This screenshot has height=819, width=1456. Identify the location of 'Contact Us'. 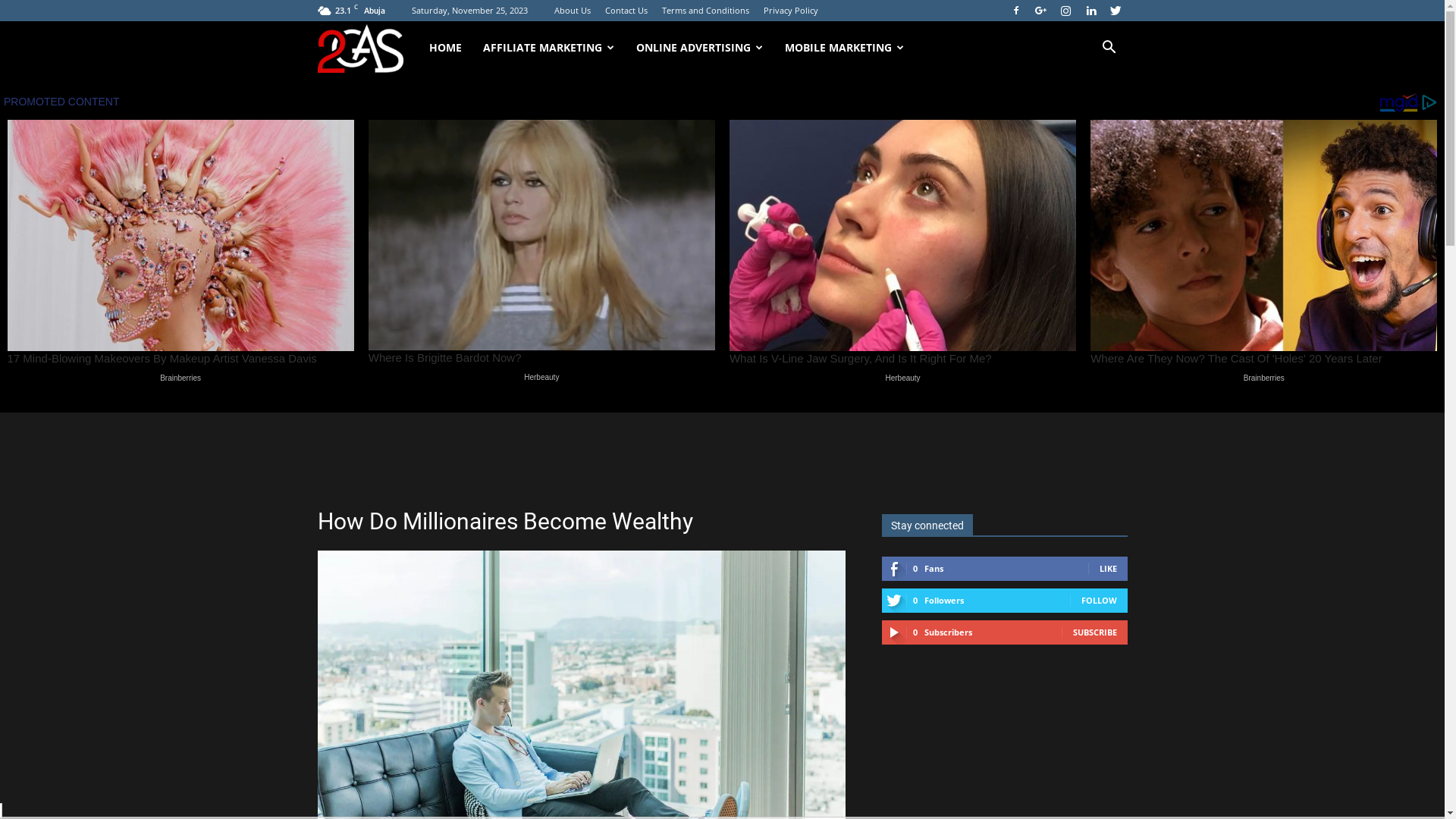
(626, 10).